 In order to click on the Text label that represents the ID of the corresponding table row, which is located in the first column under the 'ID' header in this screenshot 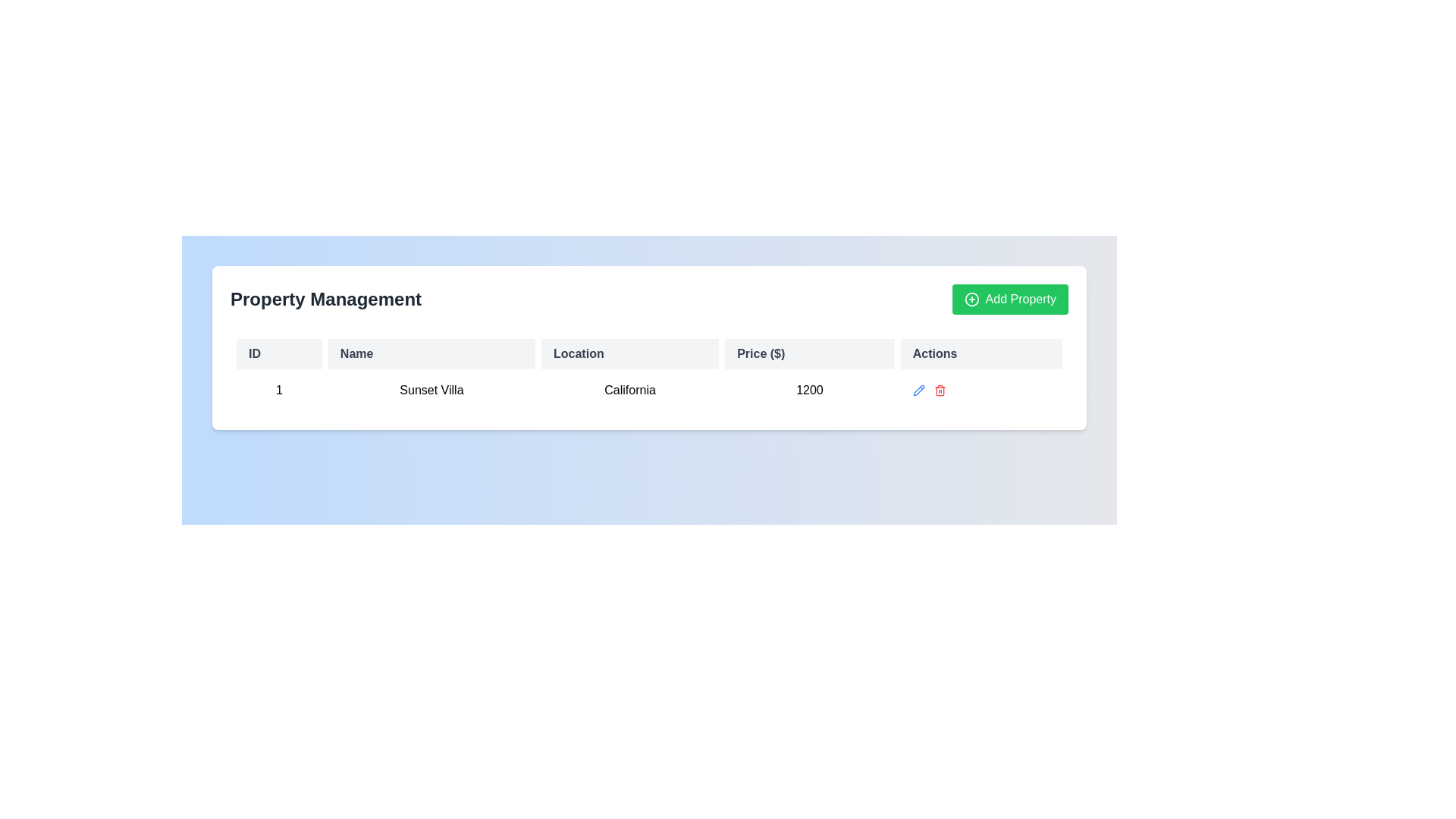, I will do `click(279, 390)`.